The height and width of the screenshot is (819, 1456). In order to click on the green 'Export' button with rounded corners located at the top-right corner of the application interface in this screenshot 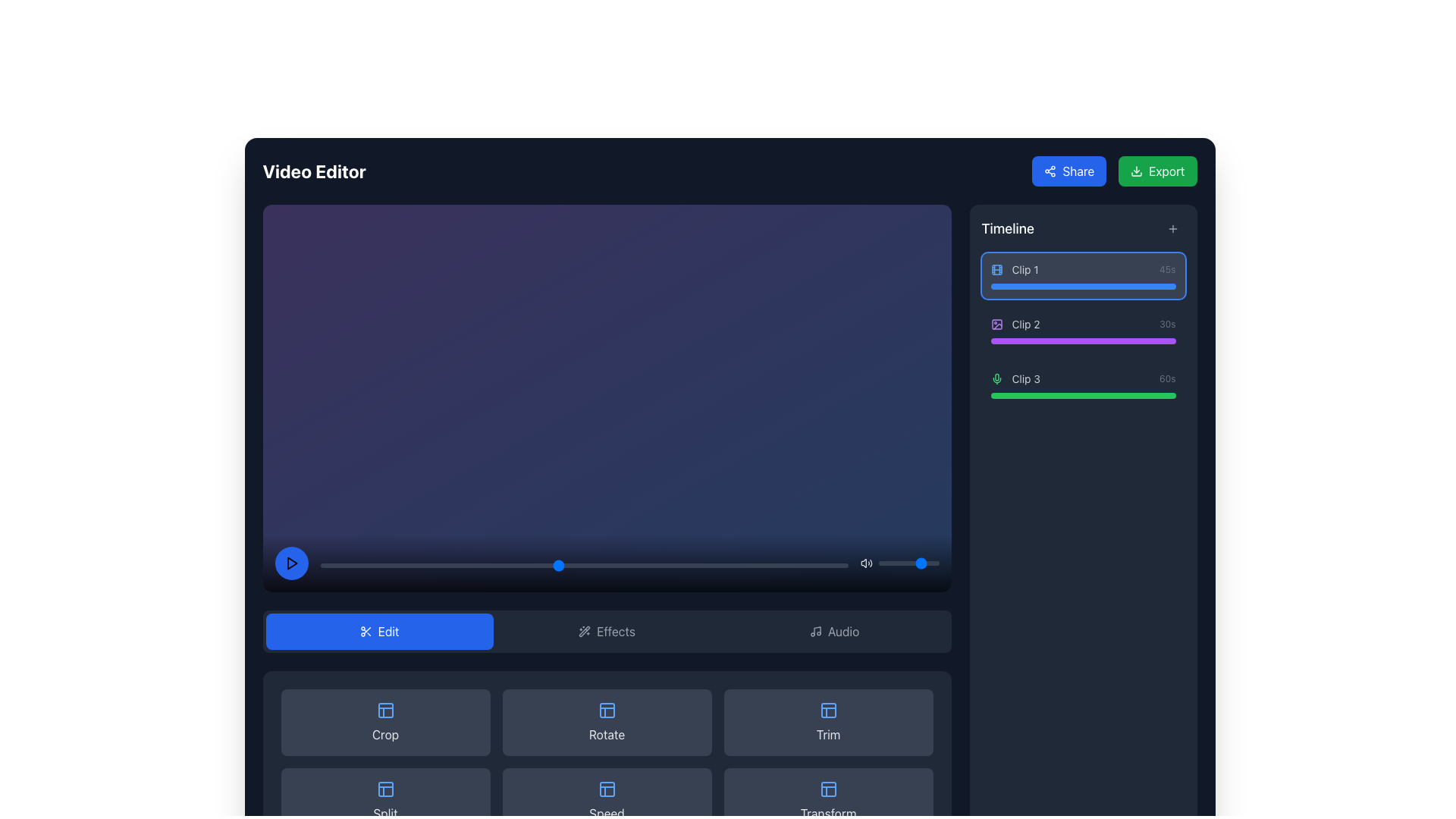, I will do `click(1156, 171)`.